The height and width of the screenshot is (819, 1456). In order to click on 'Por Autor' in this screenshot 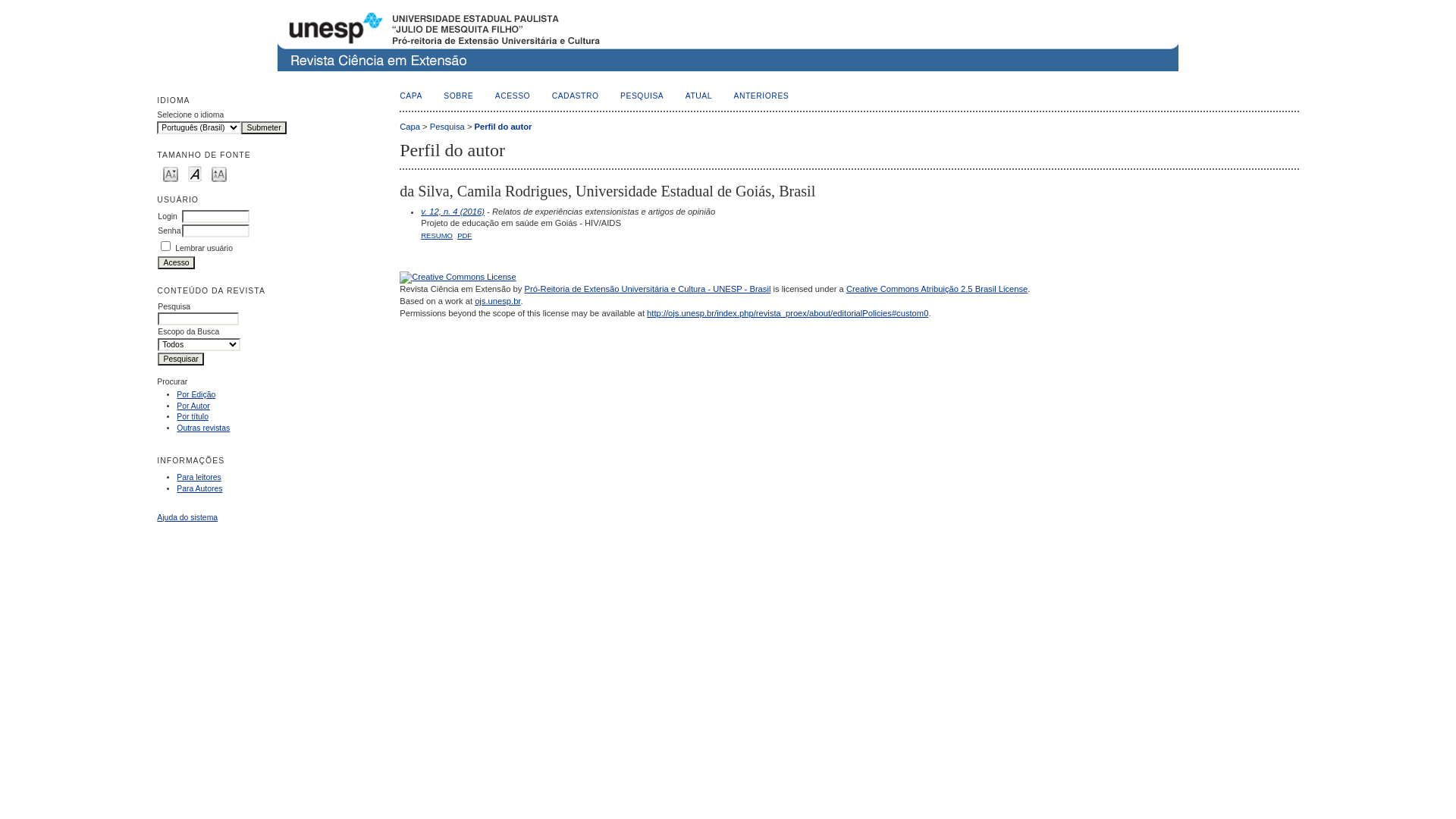, I will do `click(177, 405)`.